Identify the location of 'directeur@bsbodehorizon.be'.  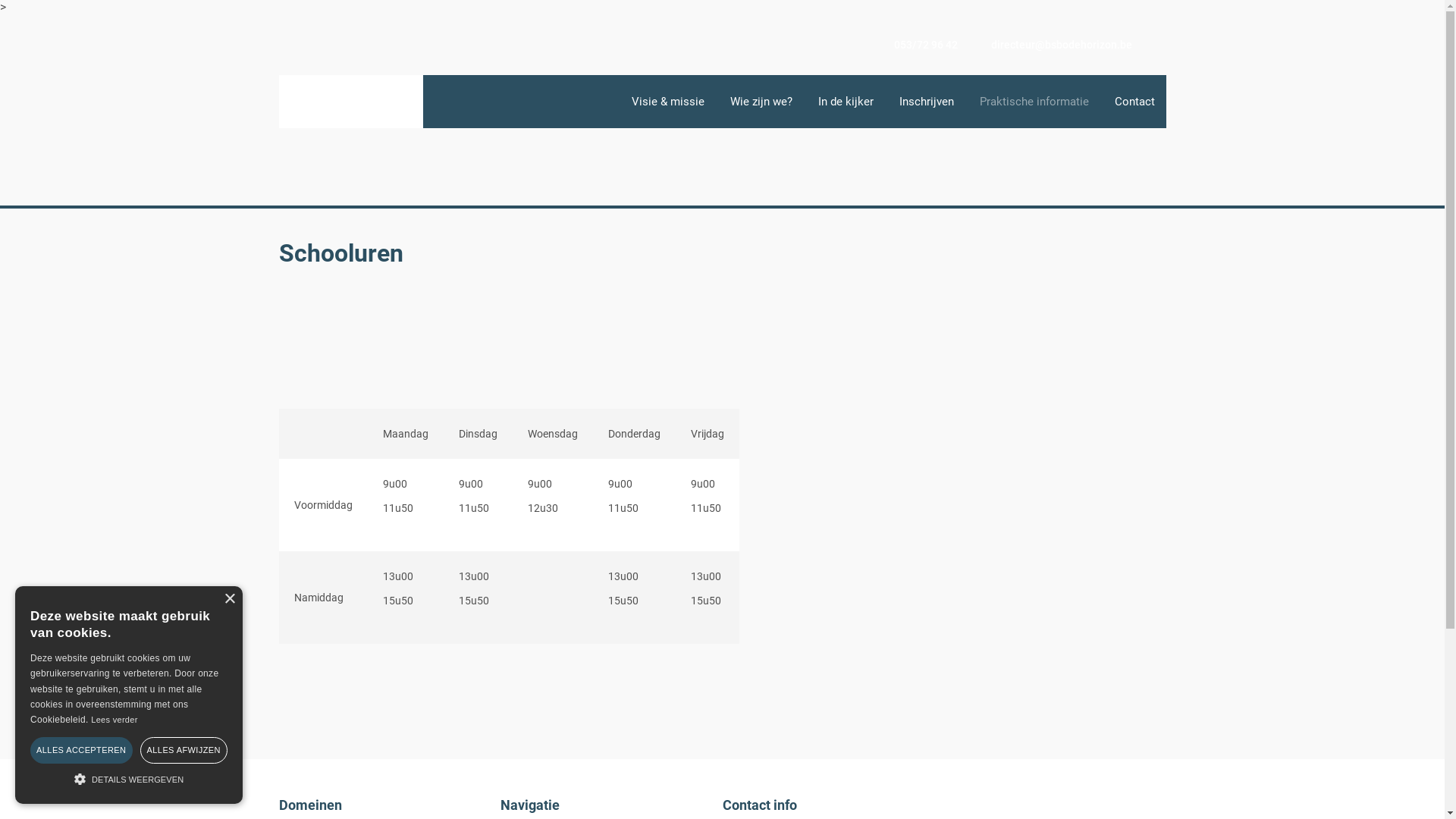
(959, 43).